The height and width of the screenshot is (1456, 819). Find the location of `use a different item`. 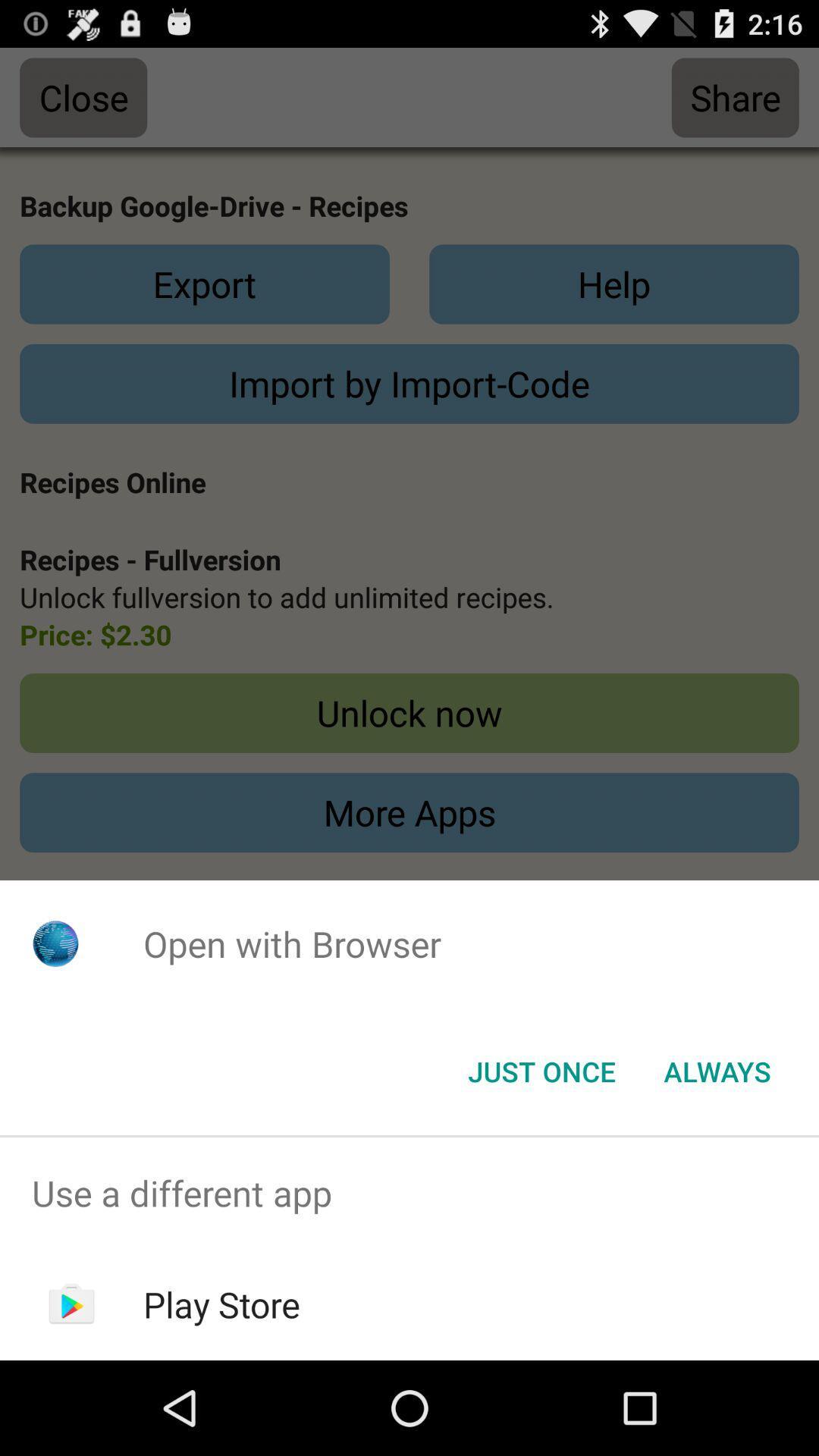

use a different item is located at coordinates (409, 1192).